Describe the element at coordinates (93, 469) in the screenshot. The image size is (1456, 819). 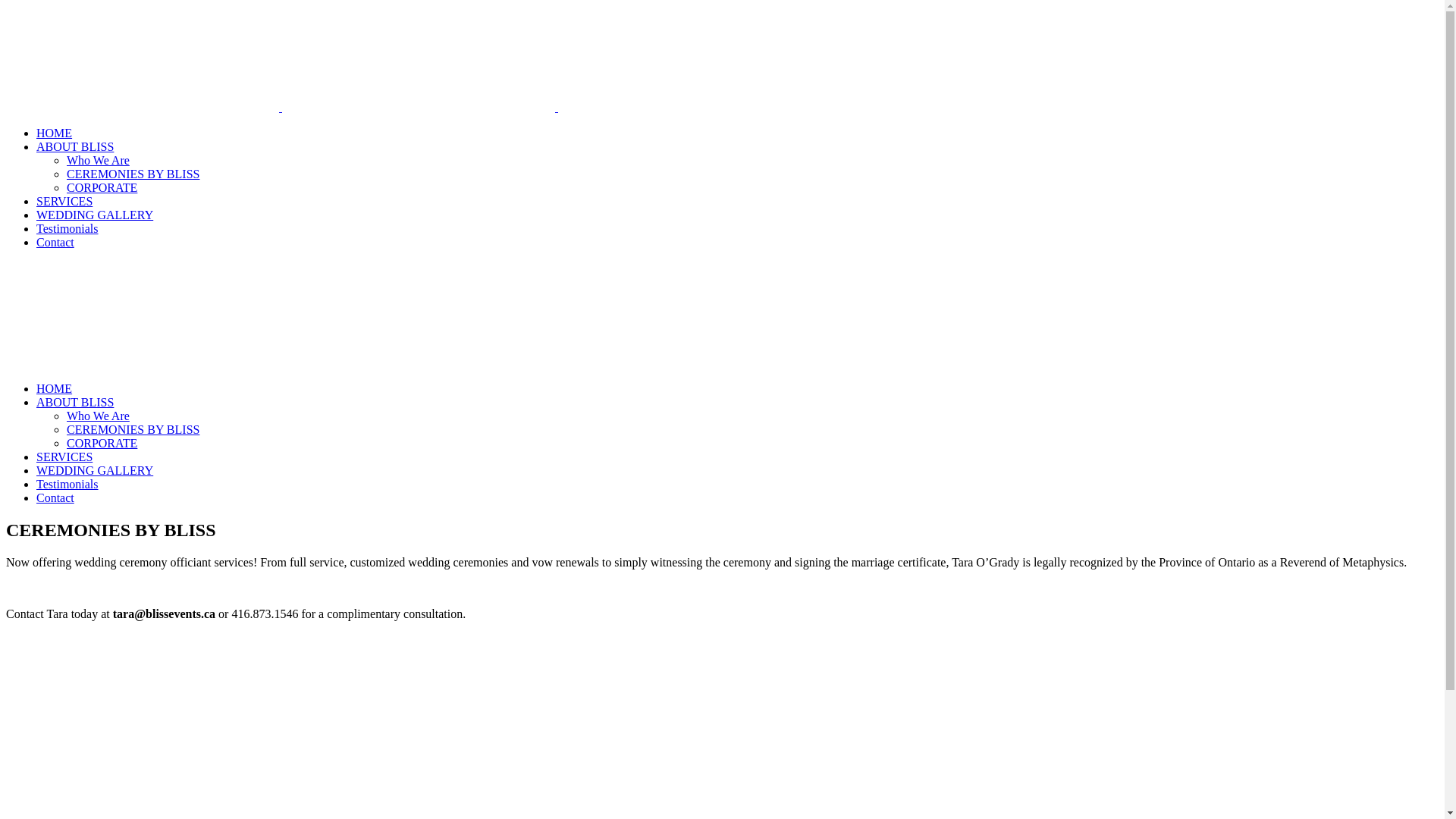
I see `'WEDDING GALLERY'` at that location.